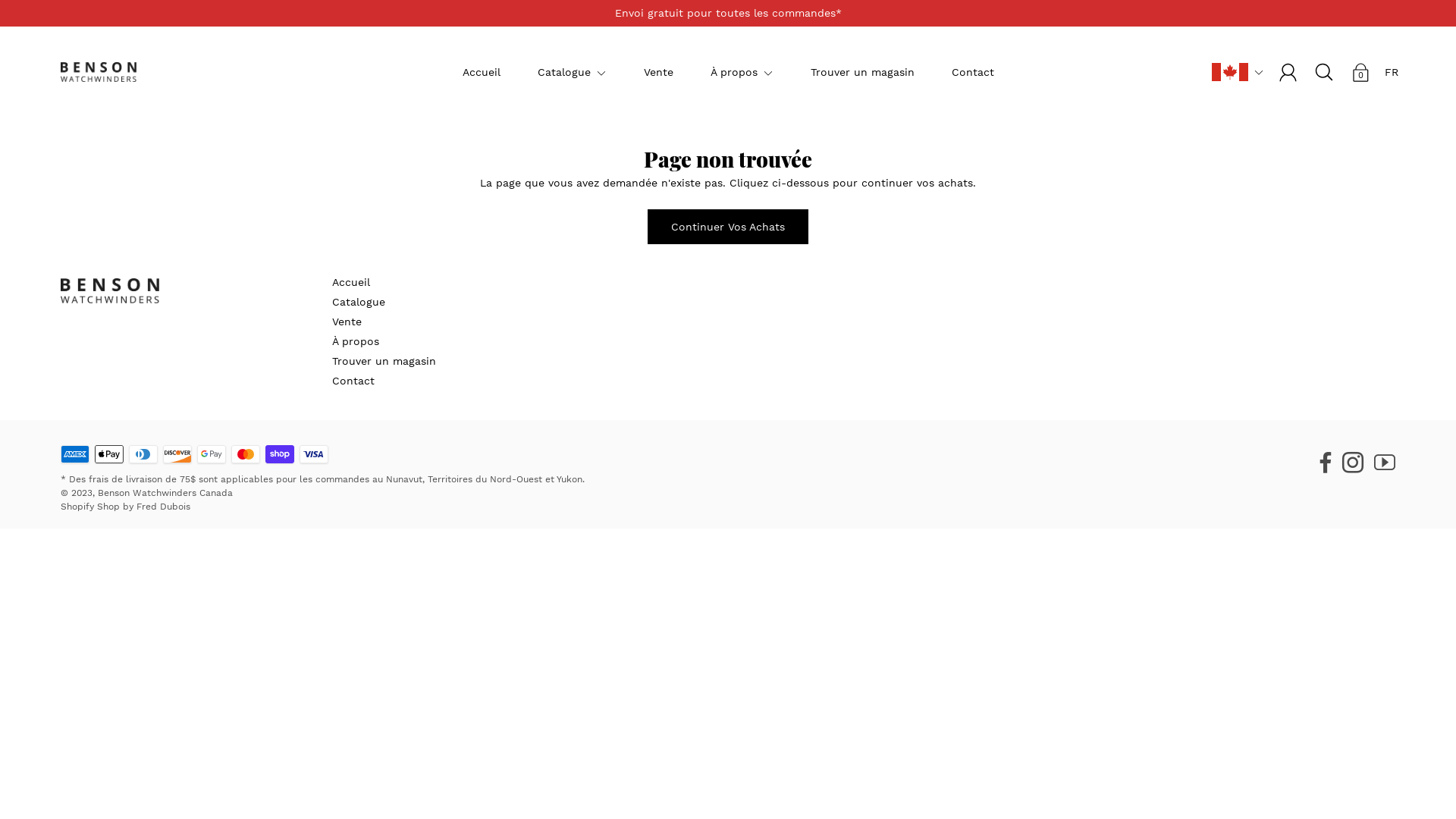 The image size is (1456, 819). Describe the element at coordinates (728, 227) in the screenshot. I see `'Continuer Vos Achats'` at that location.